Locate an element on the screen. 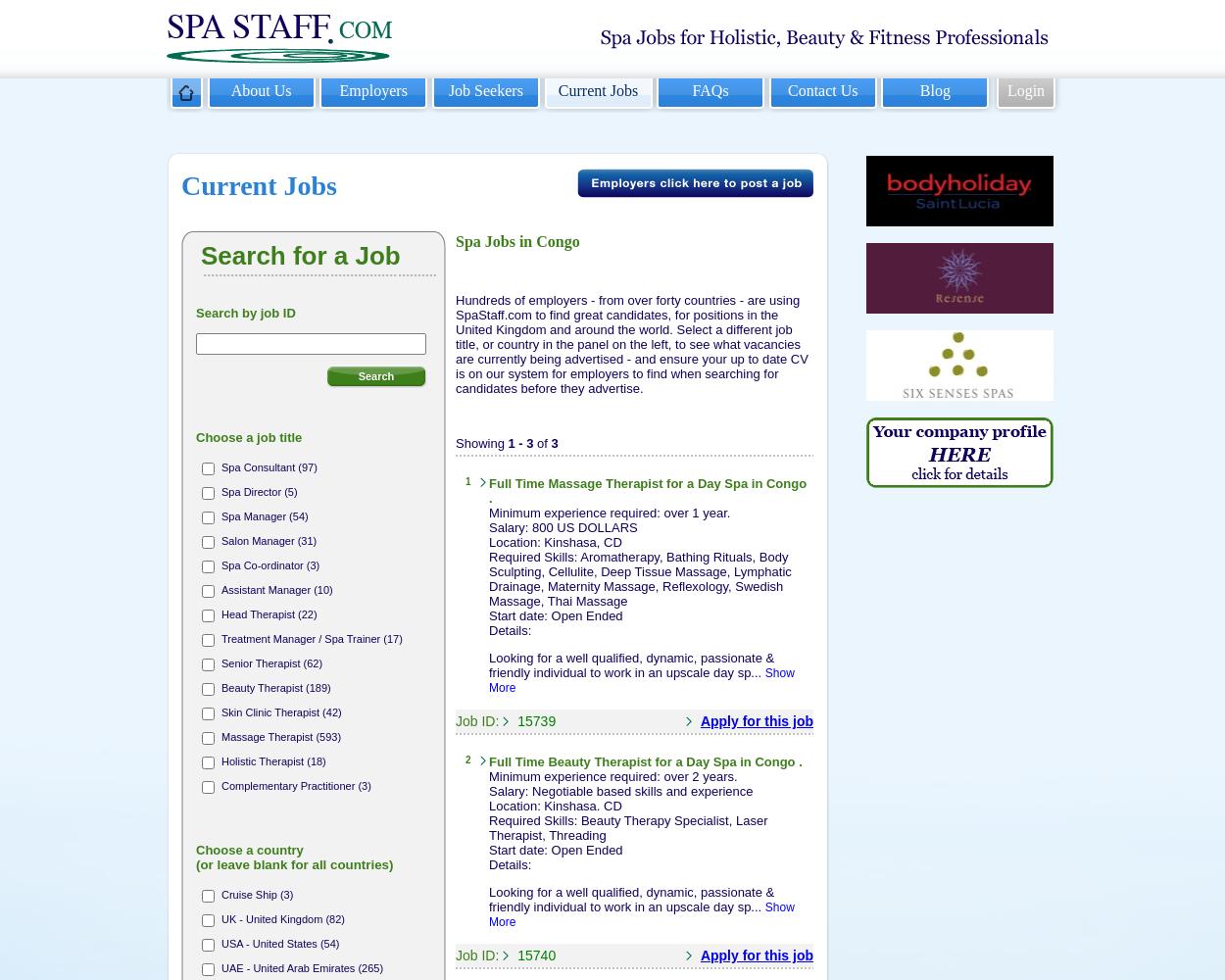 This screenshot has width=1225, height=980. 'Beauty Therapist' is located at coordinates (598, 760).